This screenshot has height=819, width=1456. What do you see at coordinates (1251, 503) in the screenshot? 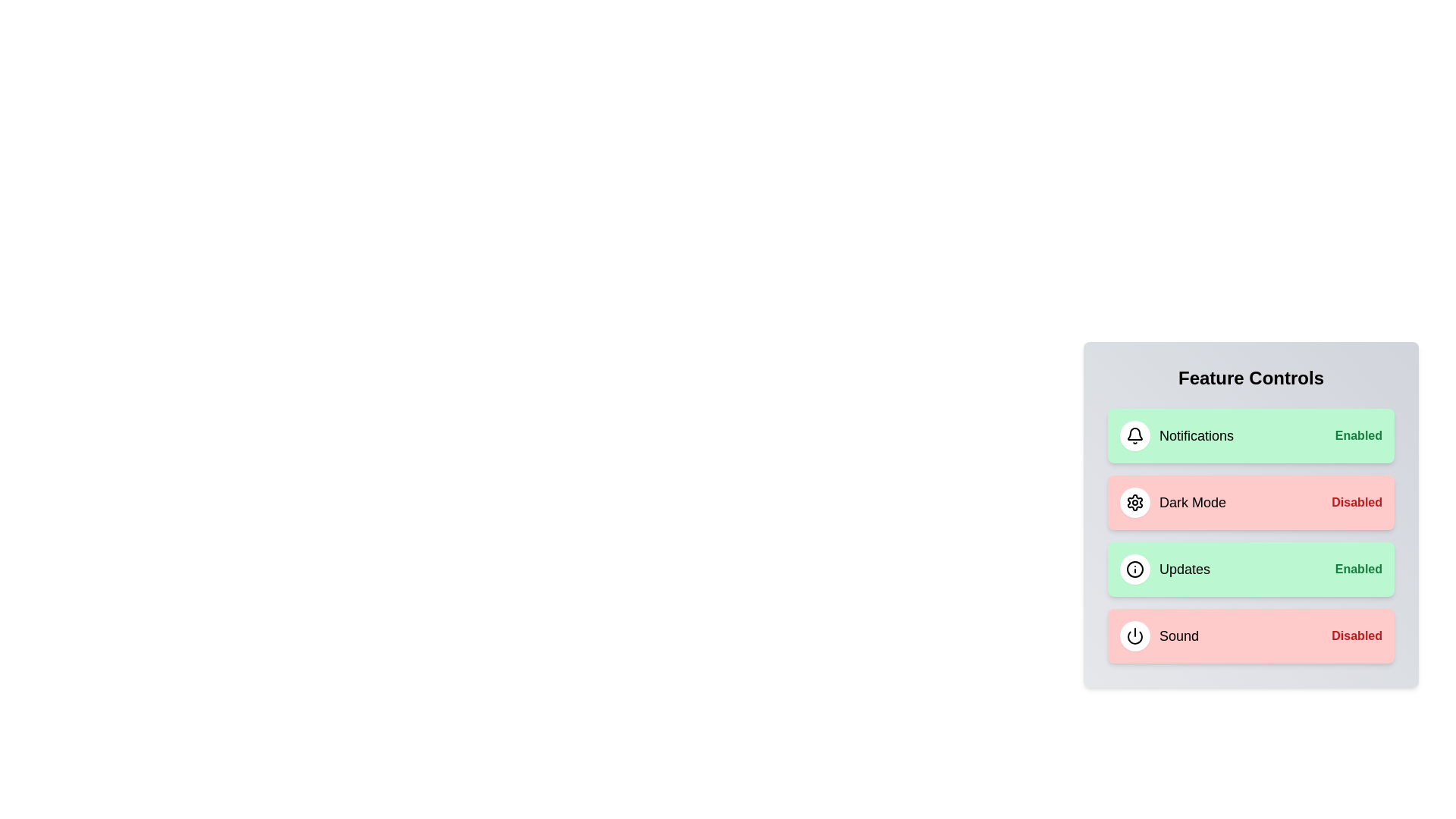
I see `the feature Dark Mode to trigger visual feedback` at bounding box center [1251, 503].